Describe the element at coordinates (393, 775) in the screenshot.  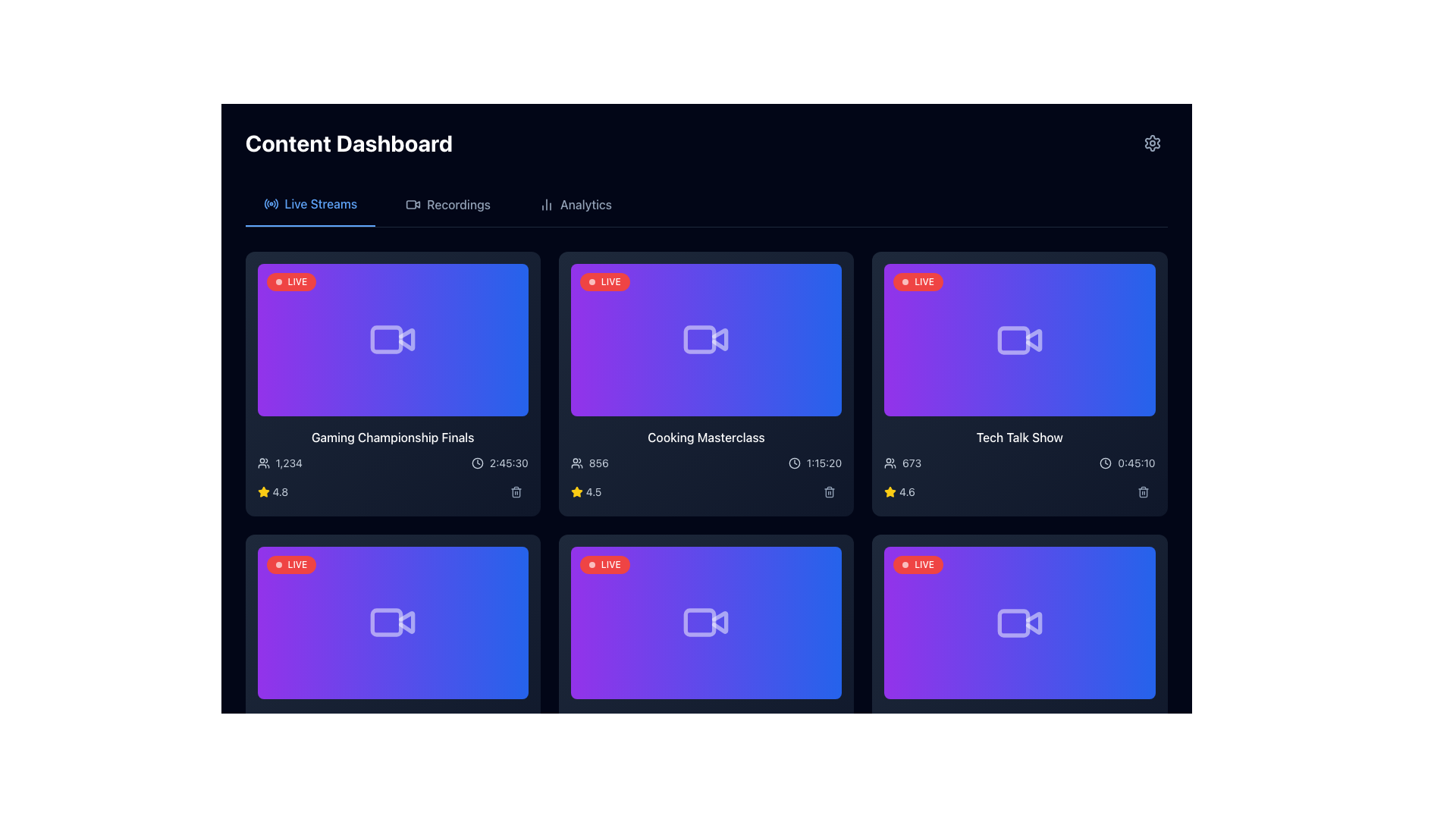
I see `the Rating Indicator located underneath the live stream cards section, which displays the quality or popularity of the item` at that location.